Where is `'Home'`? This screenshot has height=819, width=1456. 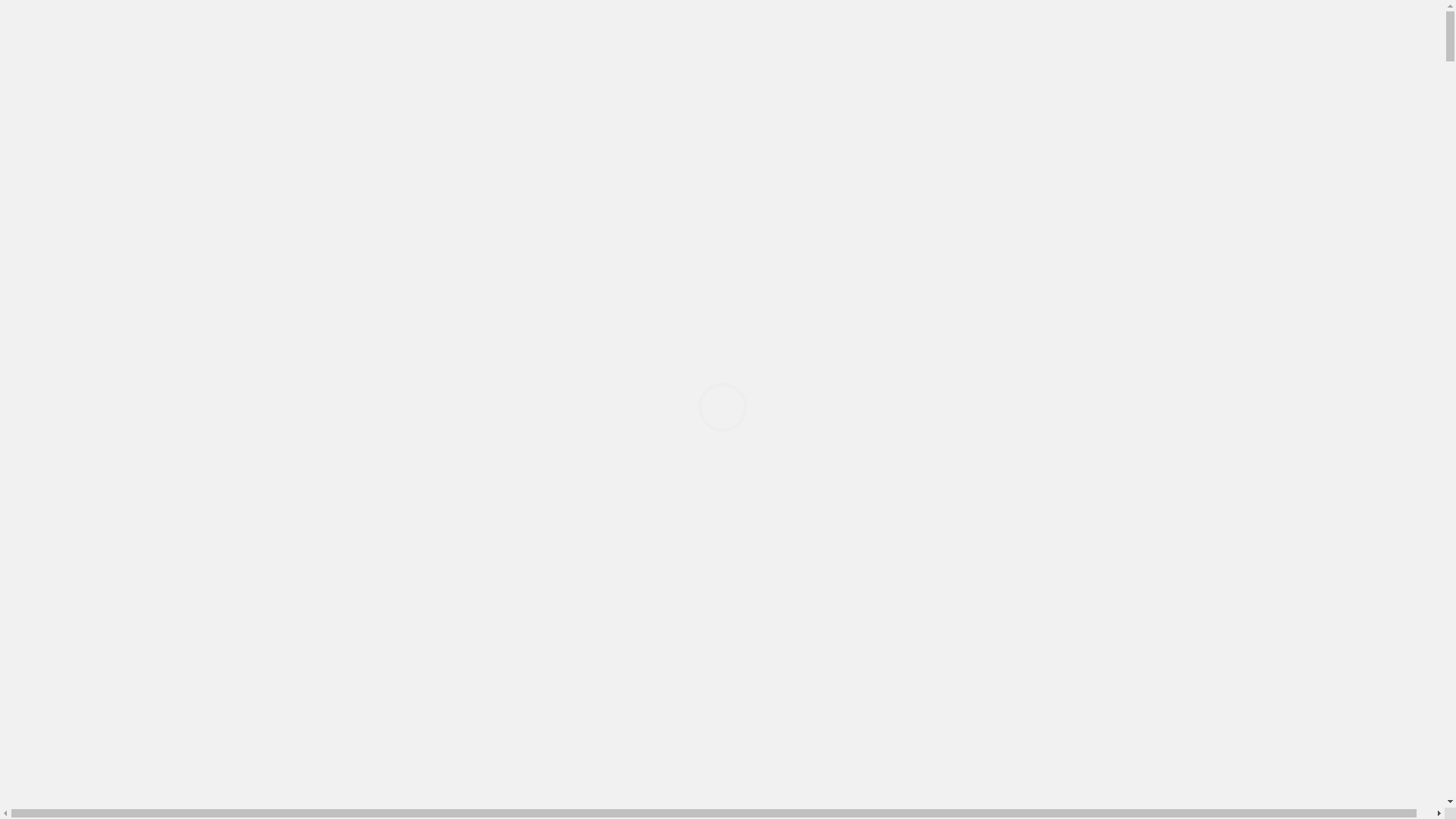
'Home' is located at coordinates (51, 118).